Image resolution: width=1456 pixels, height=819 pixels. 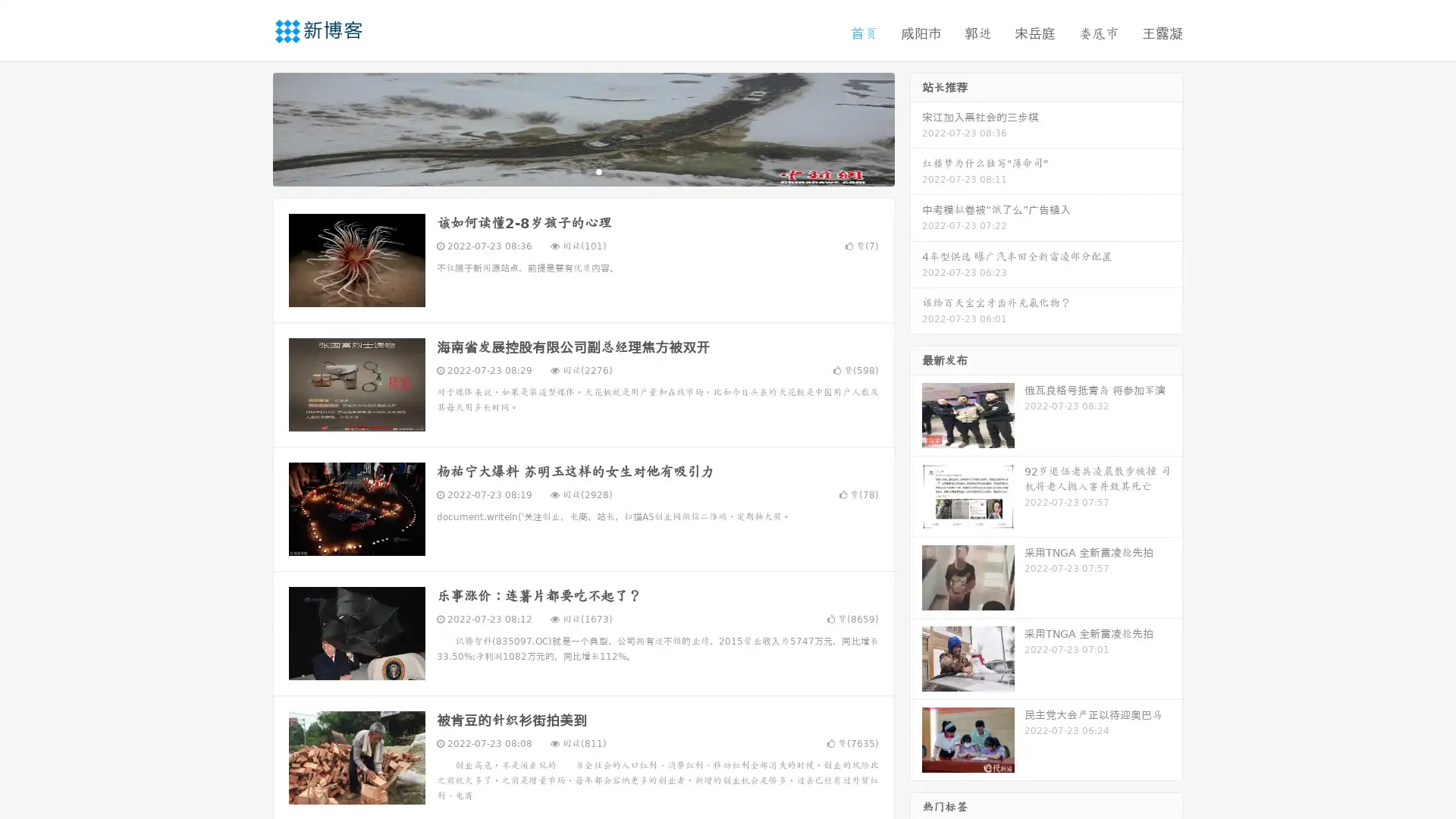 I want to click on Go to slide 2, so click(x=582, y=171).